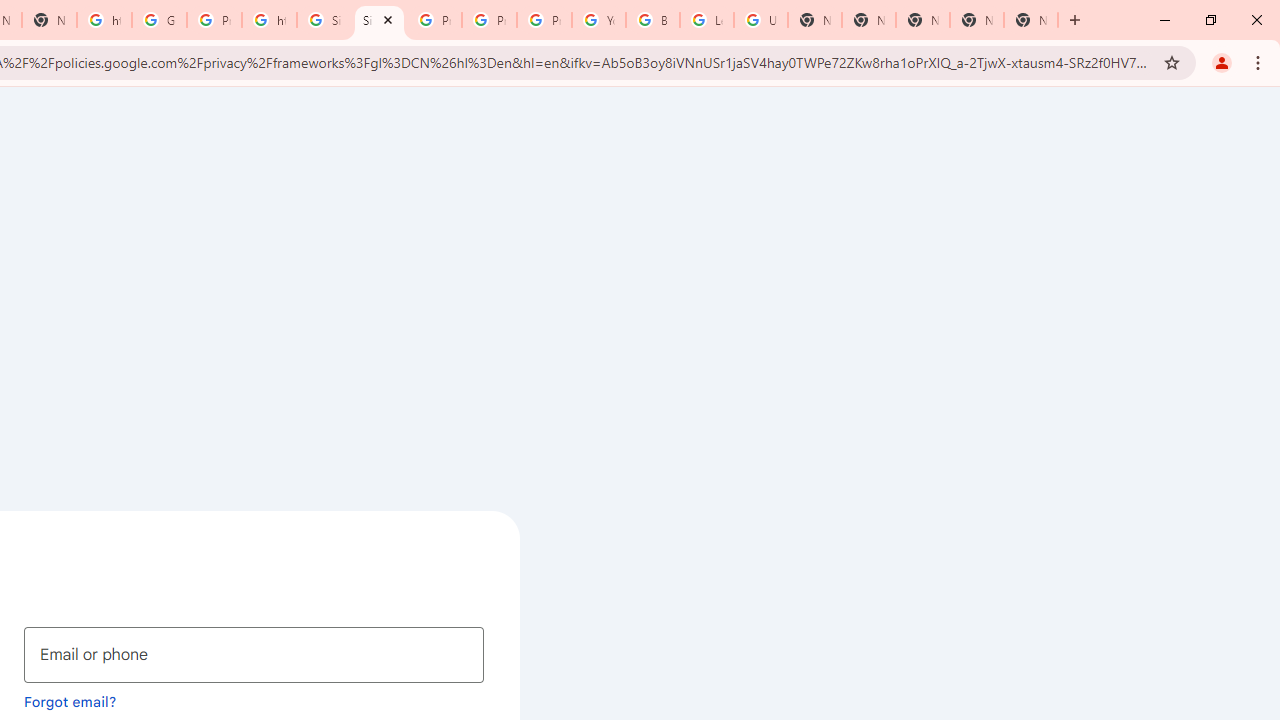 Image resolution: width=1280 pixels, height=720 pixels. Describe the element at coordinates (253, 654) in the screenshot. I see `'Email or phone'` at that location.